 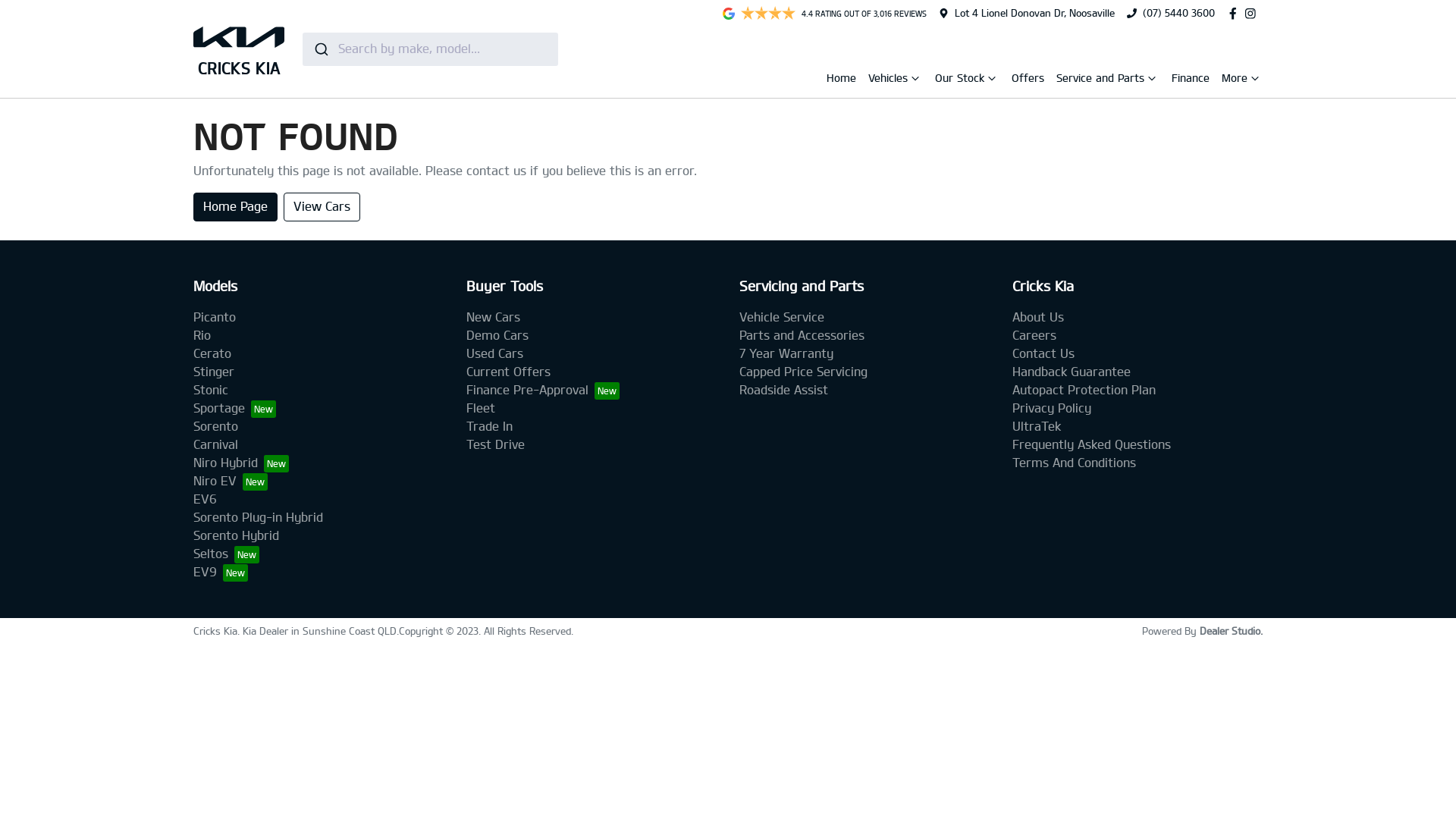 I want to click on 'Niro Hybrid', so click(x=240, y=462).